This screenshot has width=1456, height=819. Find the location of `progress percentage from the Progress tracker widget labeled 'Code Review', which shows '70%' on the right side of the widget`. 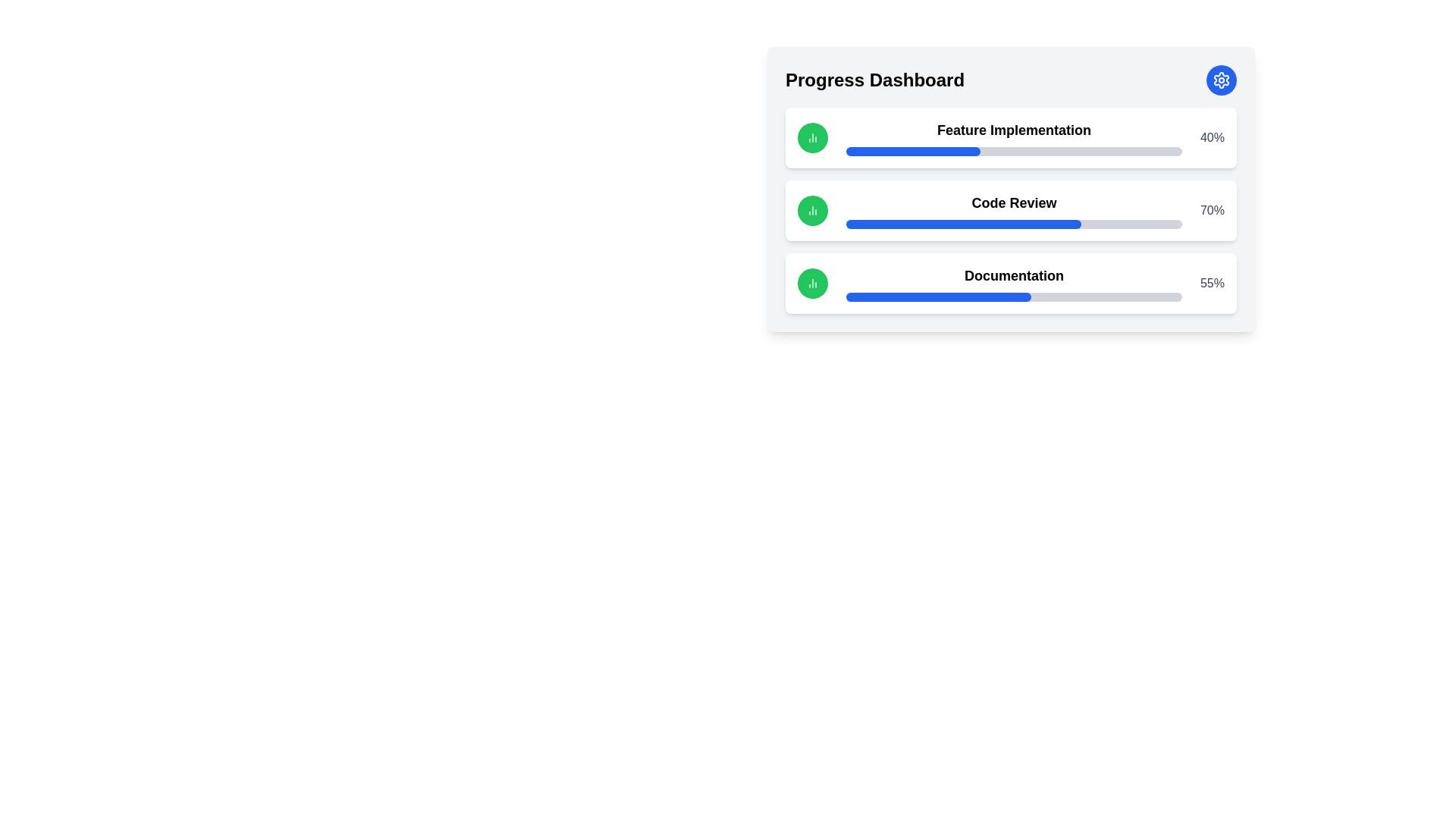

progress percentage from the Progress tracker widget labeled 'Code Review', which shows '70%' on the right side of the widget is located at coordinates (1011, 210).